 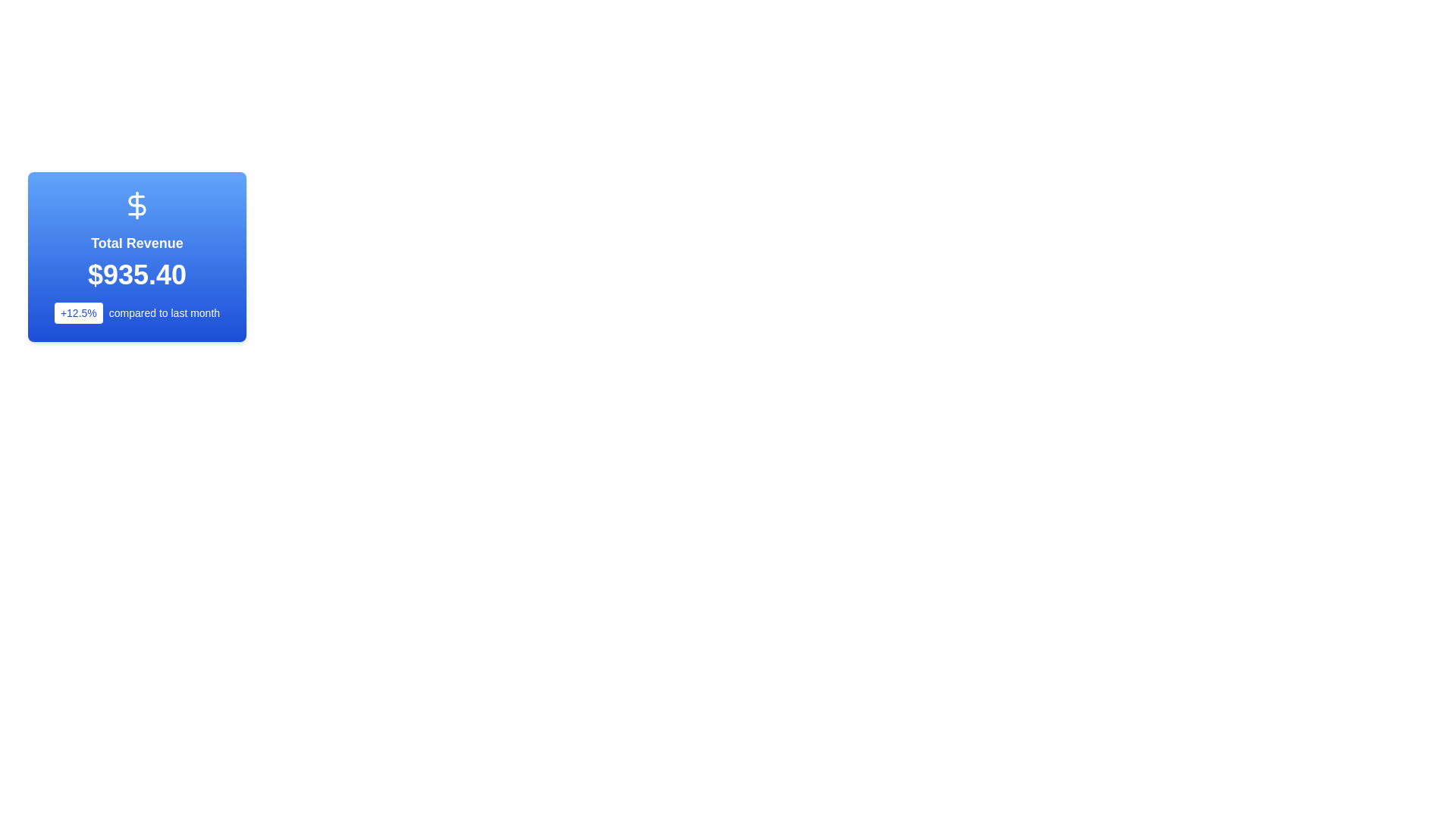 I want to click on the stylized dollar sign icon, which is rendered in white and located at the top center of the dashboard card with a gradient blue background, so click(x=137, y=205).